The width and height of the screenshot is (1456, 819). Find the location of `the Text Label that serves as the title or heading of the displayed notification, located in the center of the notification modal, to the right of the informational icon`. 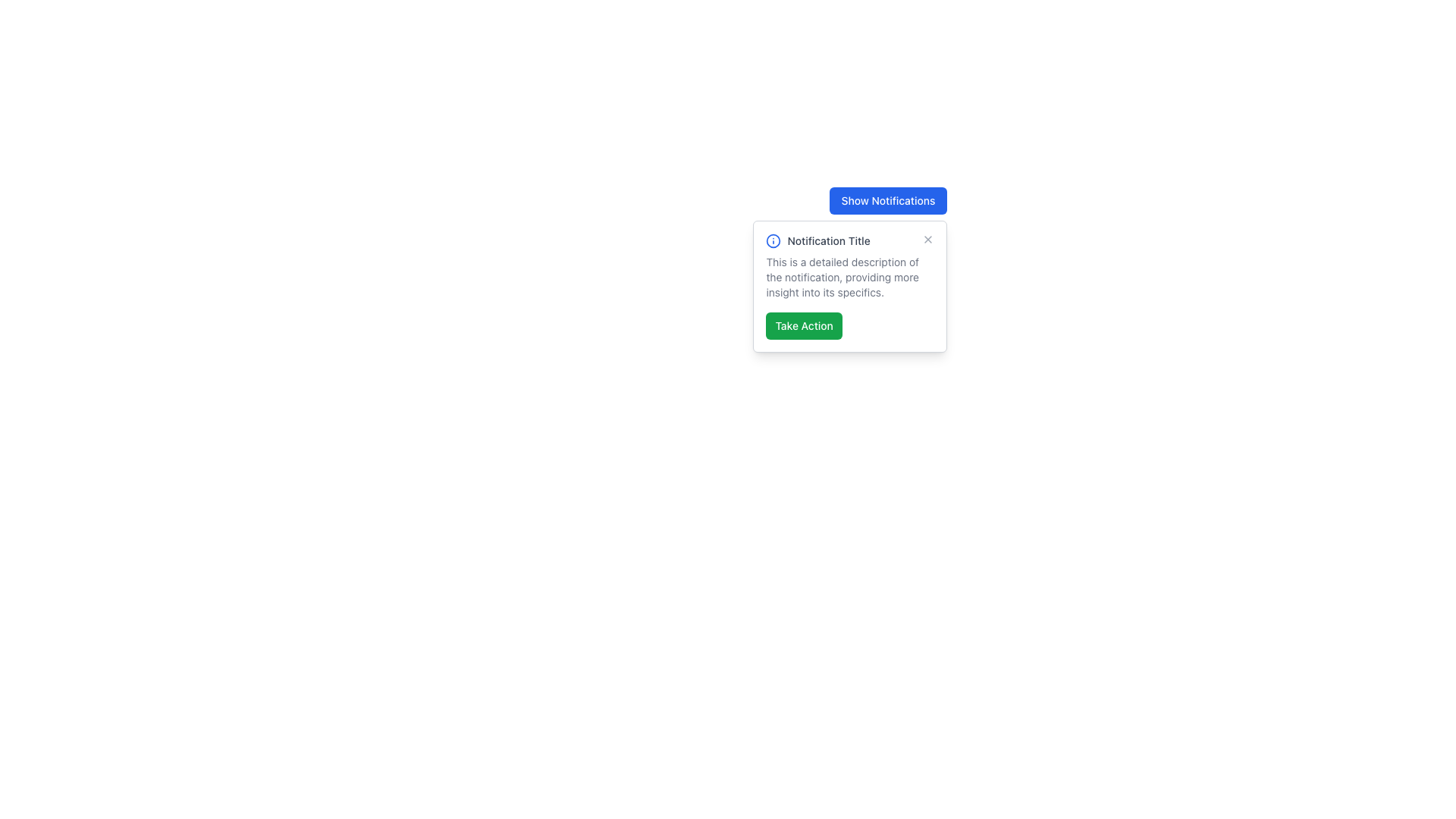

the Text Label that serves as the title or heading of the displayed notification, located in the center of the notification modal, to the right of the informational icon is located at coordinates (828, 240).